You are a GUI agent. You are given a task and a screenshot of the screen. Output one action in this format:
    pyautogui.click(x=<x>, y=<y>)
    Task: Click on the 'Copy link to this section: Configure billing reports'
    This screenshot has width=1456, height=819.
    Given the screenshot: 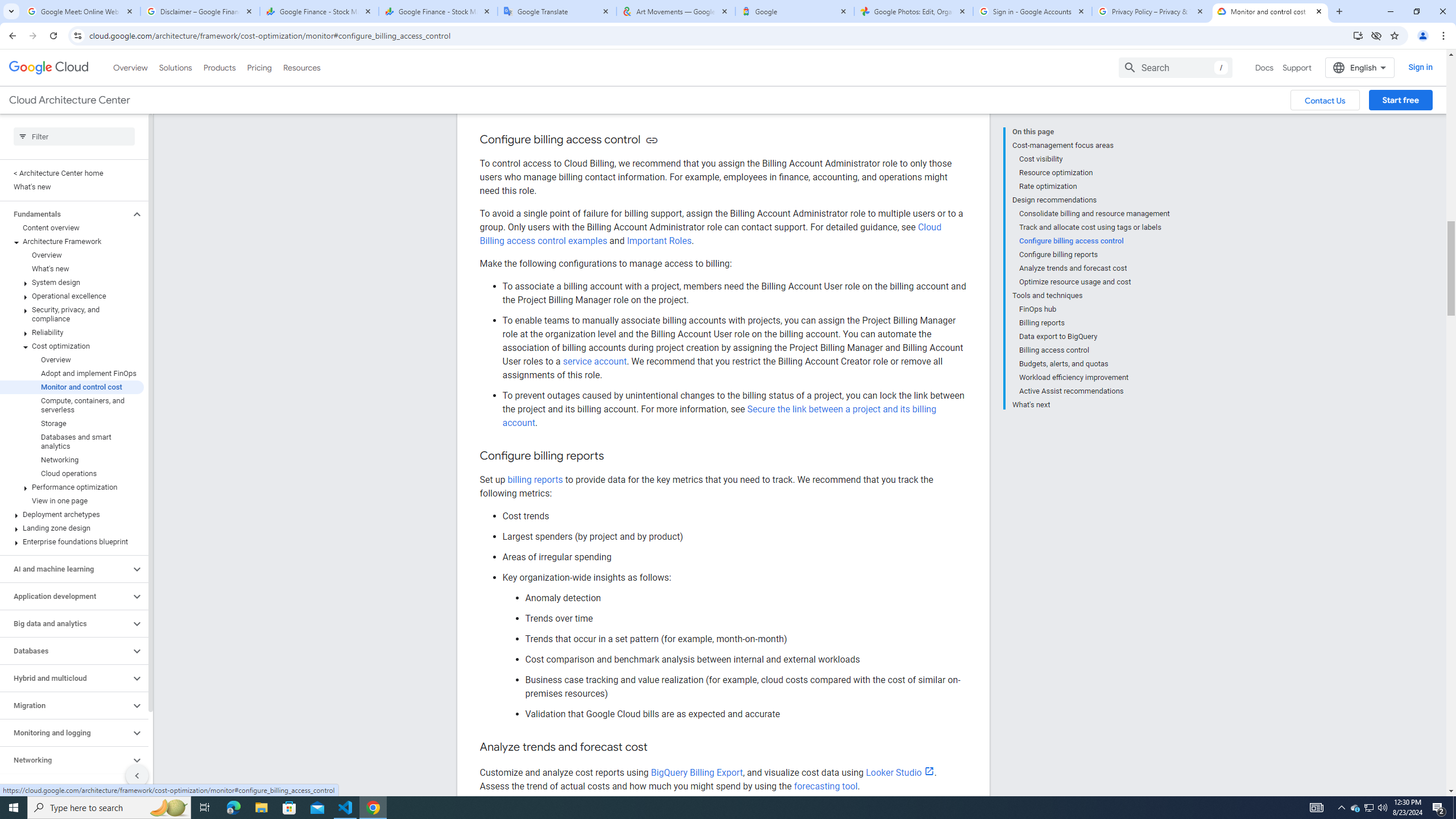 What is the action you would take?
    pyautogui.click(x=614, y=456)
    